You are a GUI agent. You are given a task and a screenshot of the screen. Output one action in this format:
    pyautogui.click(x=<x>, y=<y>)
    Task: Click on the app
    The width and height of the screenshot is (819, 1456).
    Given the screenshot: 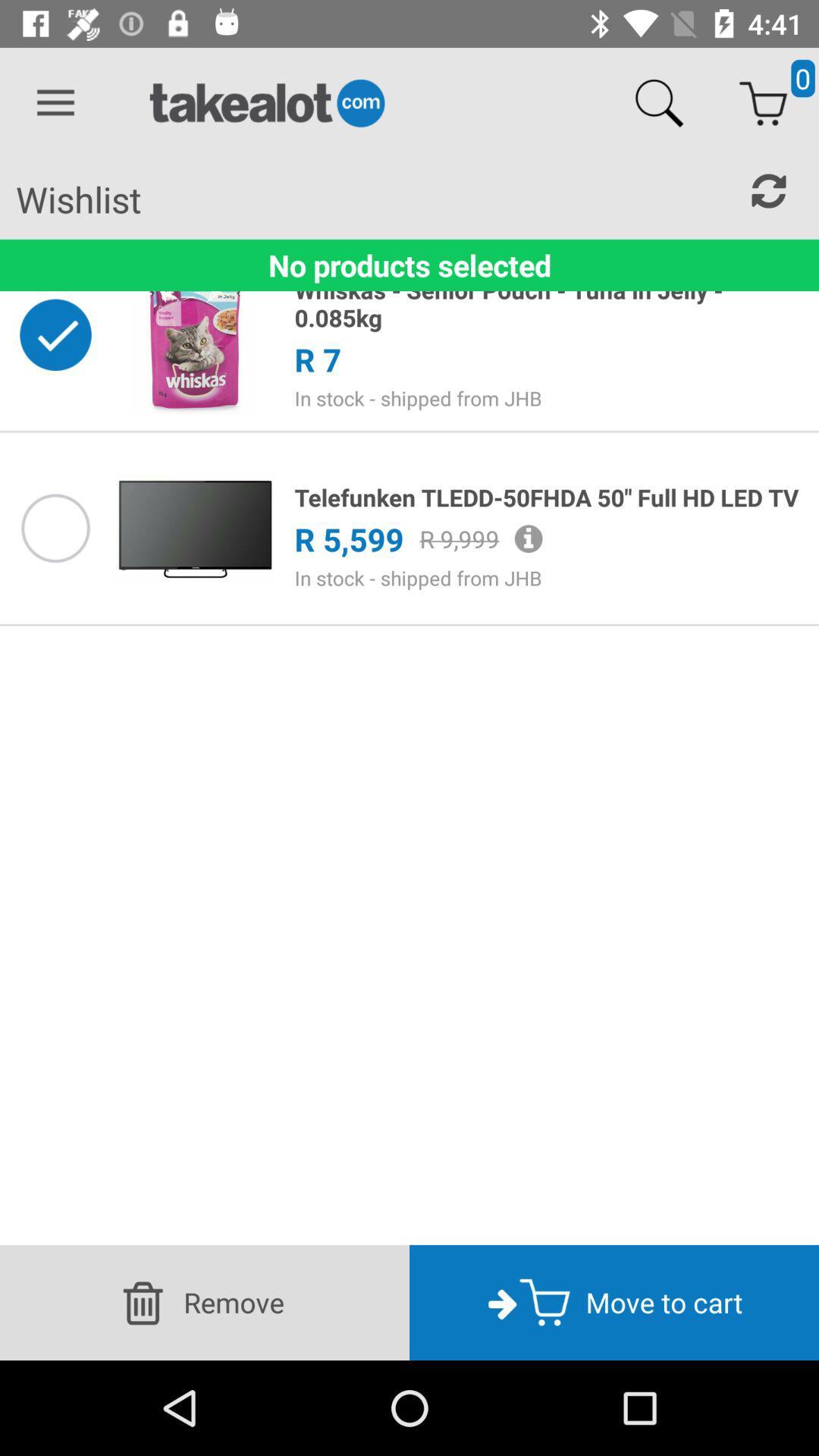 What is the action you would take?
    pyautogui.click(x=55, y=528)
    